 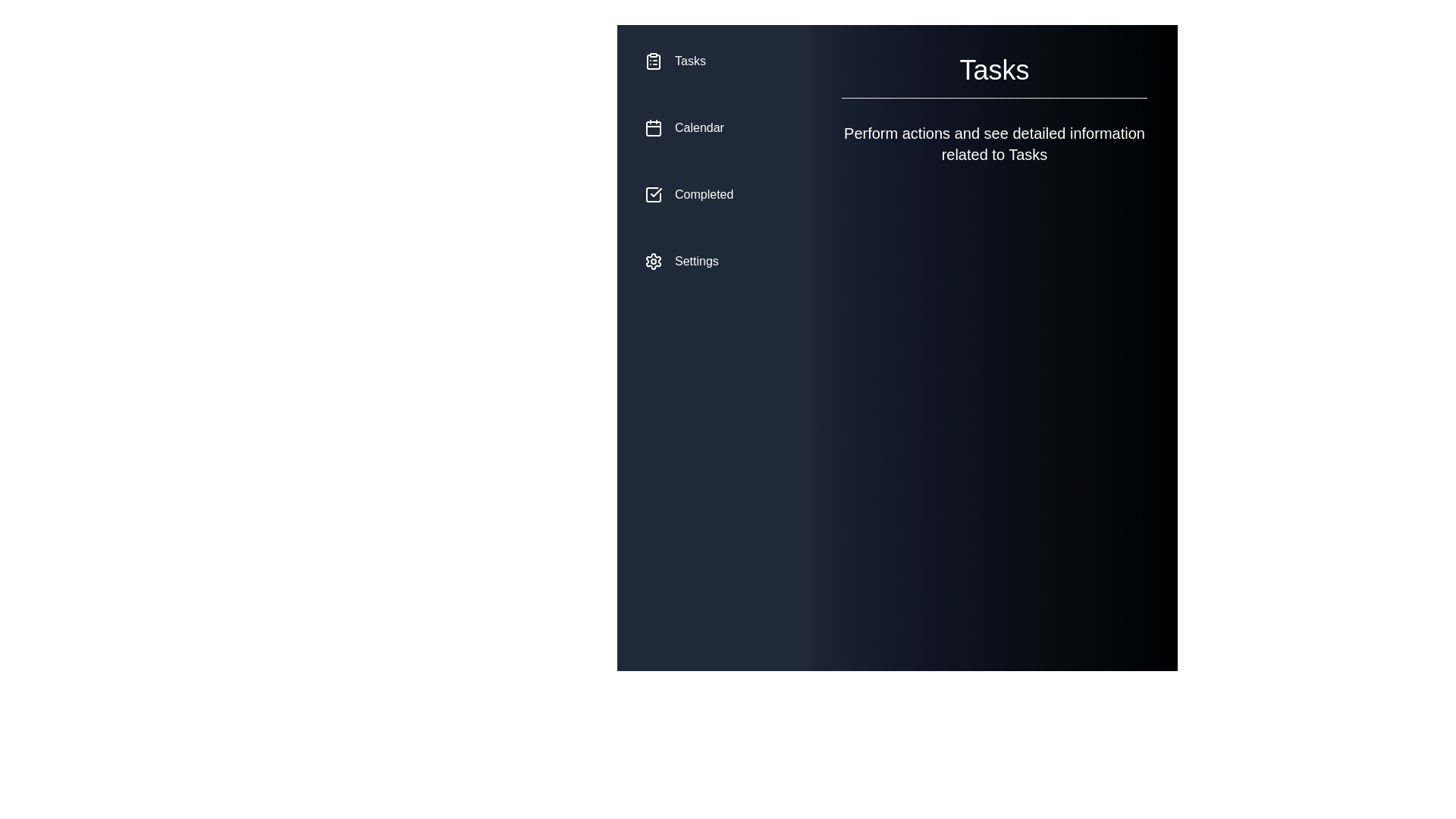 What do you see at coordinates (713, 260) in the screenshot?
I see `the menu item Settings to preview its state` at bounding box center [713, 260].